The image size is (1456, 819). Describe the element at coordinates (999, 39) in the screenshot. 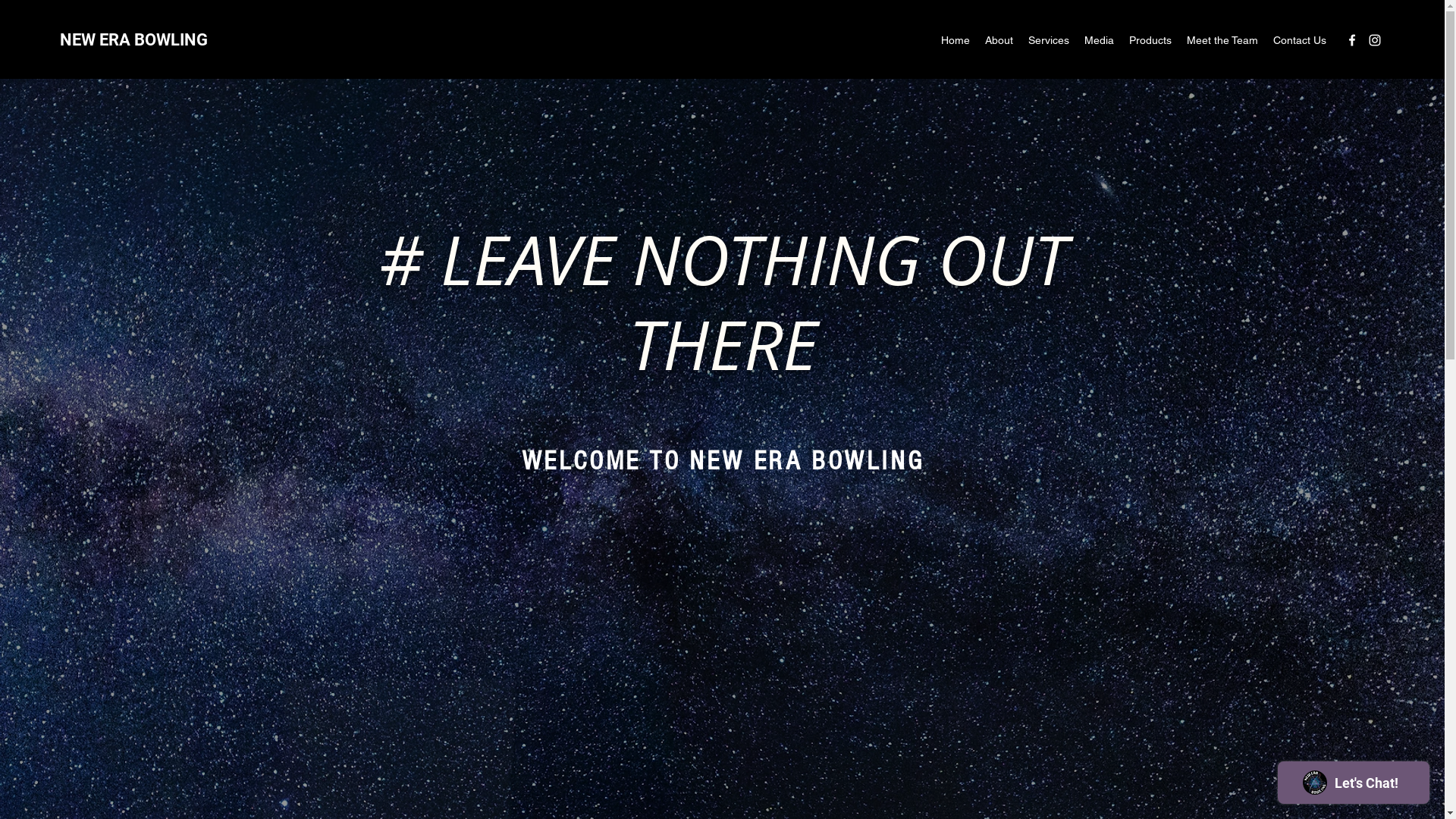

I see `'About'` at that location.